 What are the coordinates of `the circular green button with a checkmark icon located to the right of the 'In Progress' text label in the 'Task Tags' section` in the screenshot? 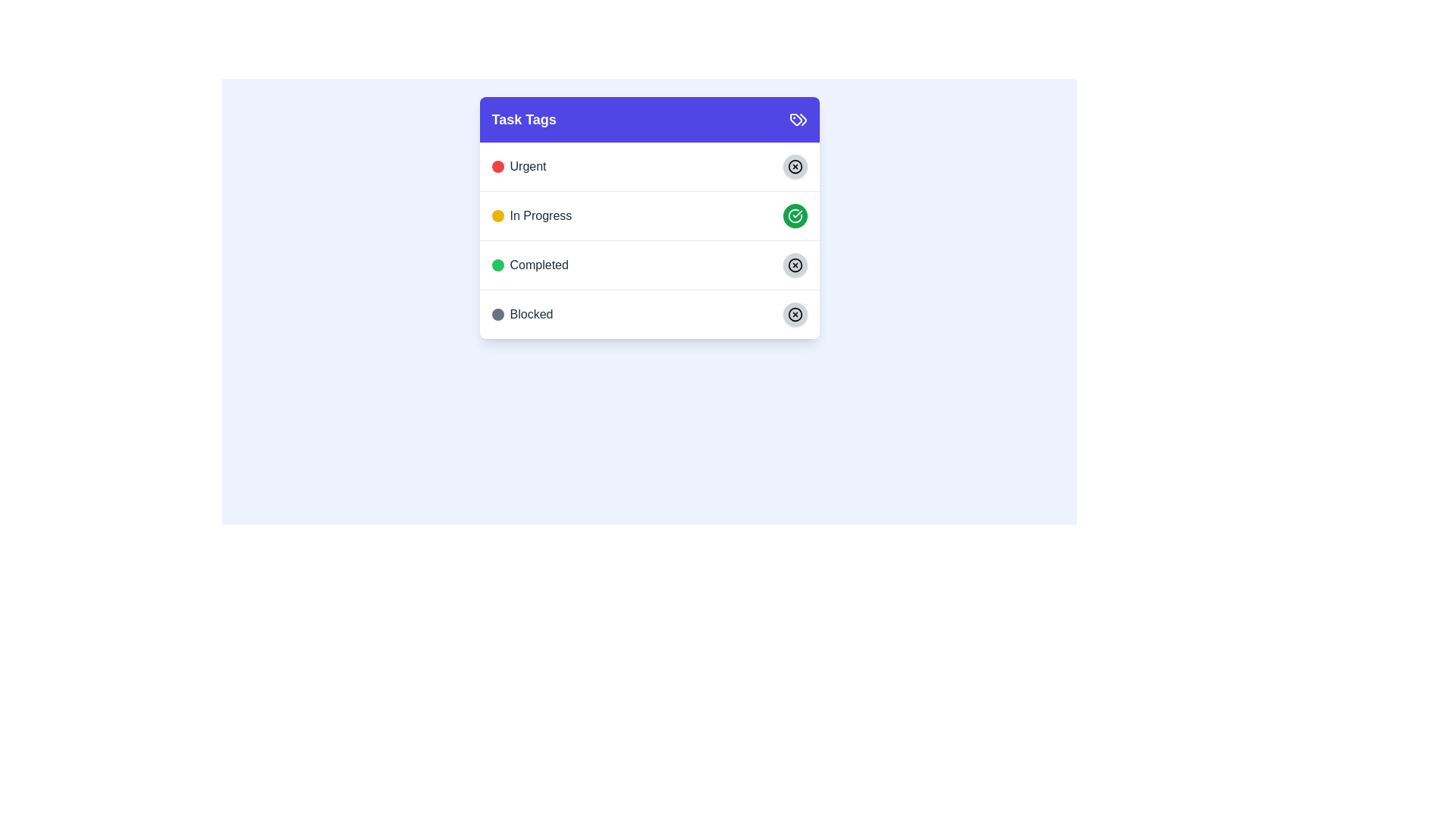 It's located at (794, 216).